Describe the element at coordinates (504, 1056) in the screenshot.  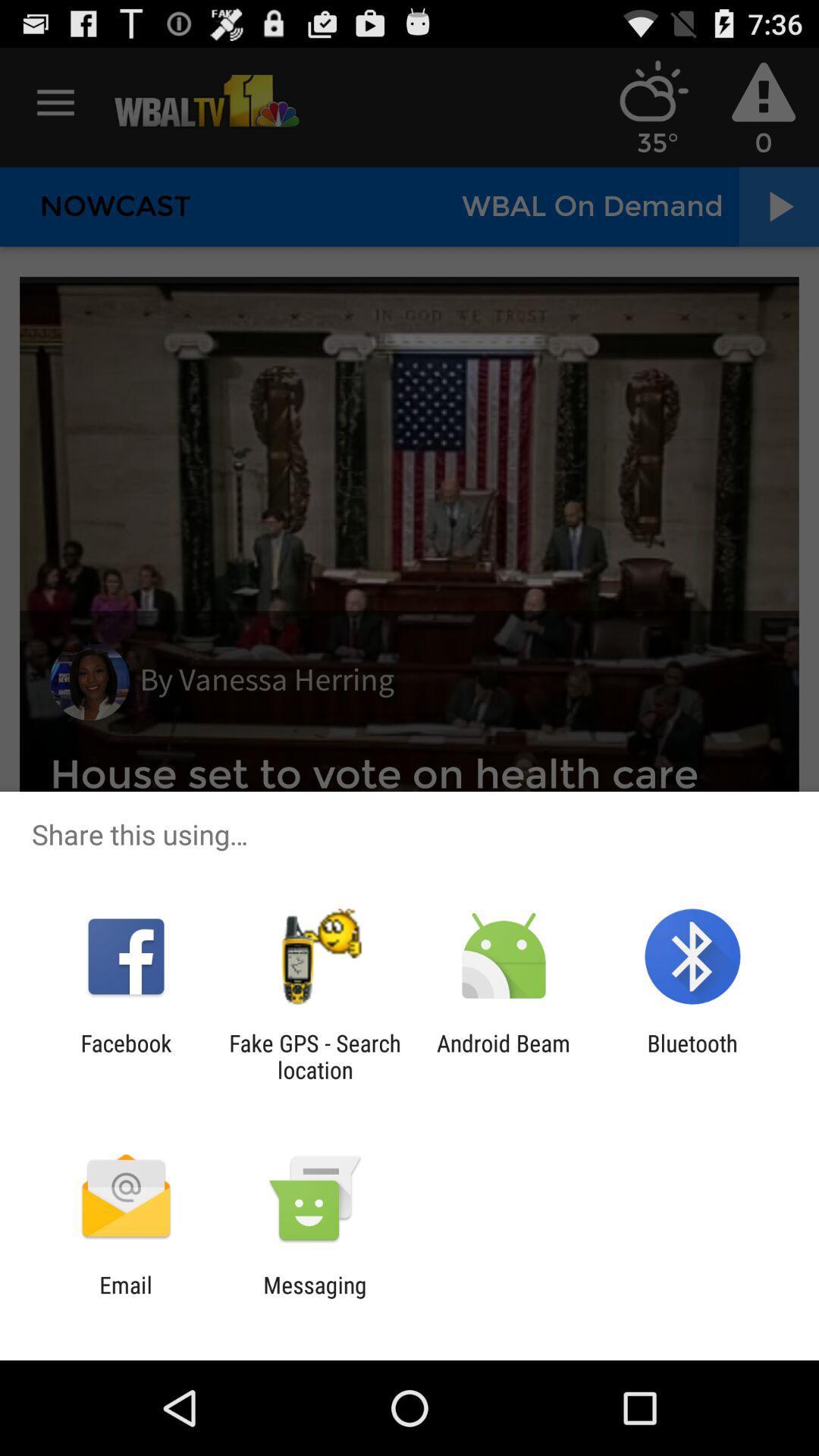
I see `the item next to the fake gps search` at that location.